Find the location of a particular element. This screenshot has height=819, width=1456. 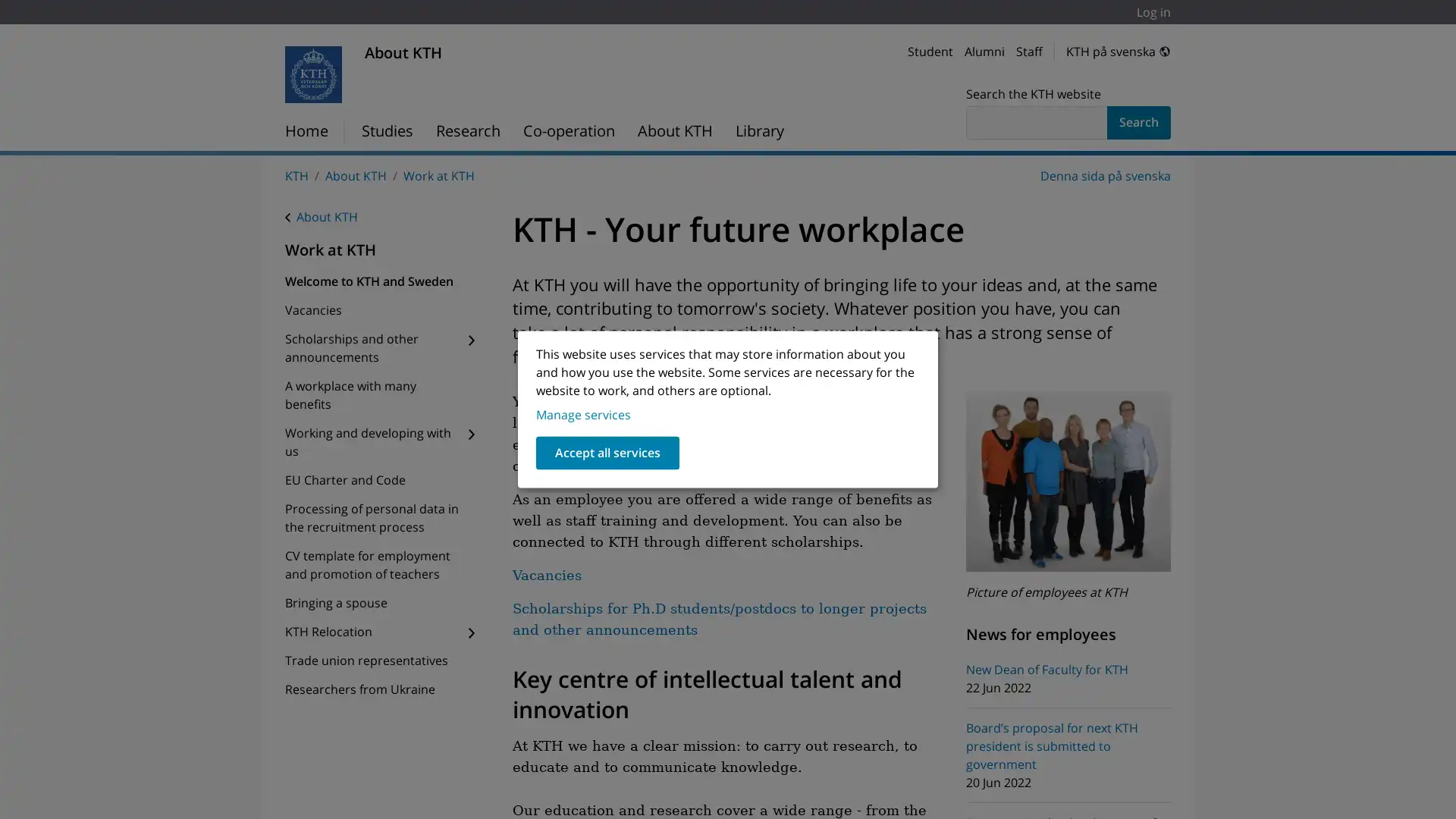

Accept all services is located at coordinates (607, 452).